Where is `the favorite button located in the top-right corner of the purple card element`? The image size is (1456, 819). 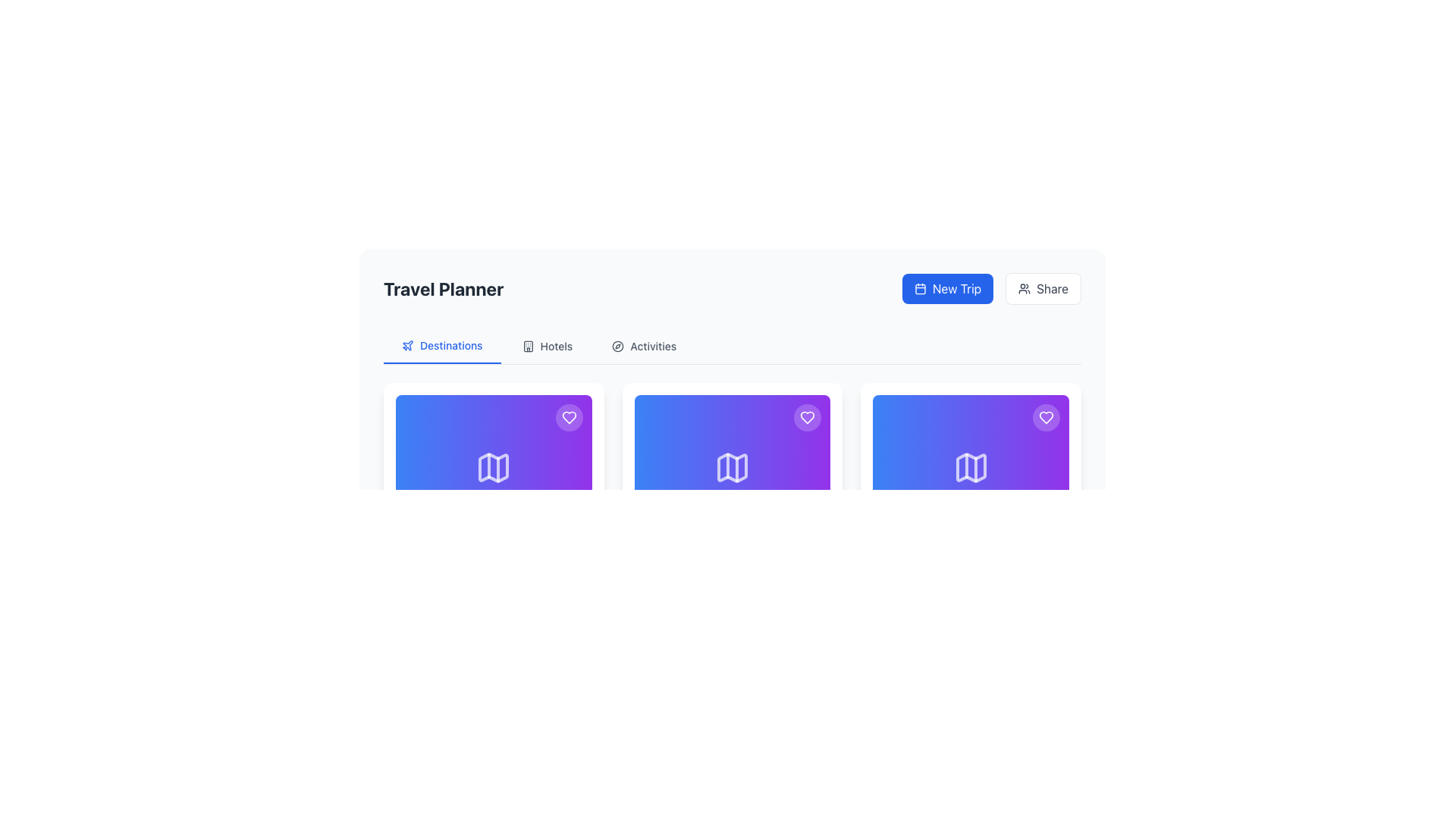
the favorite button located in the top-right corner of the purple card element is located at coordinates (1045, 418).